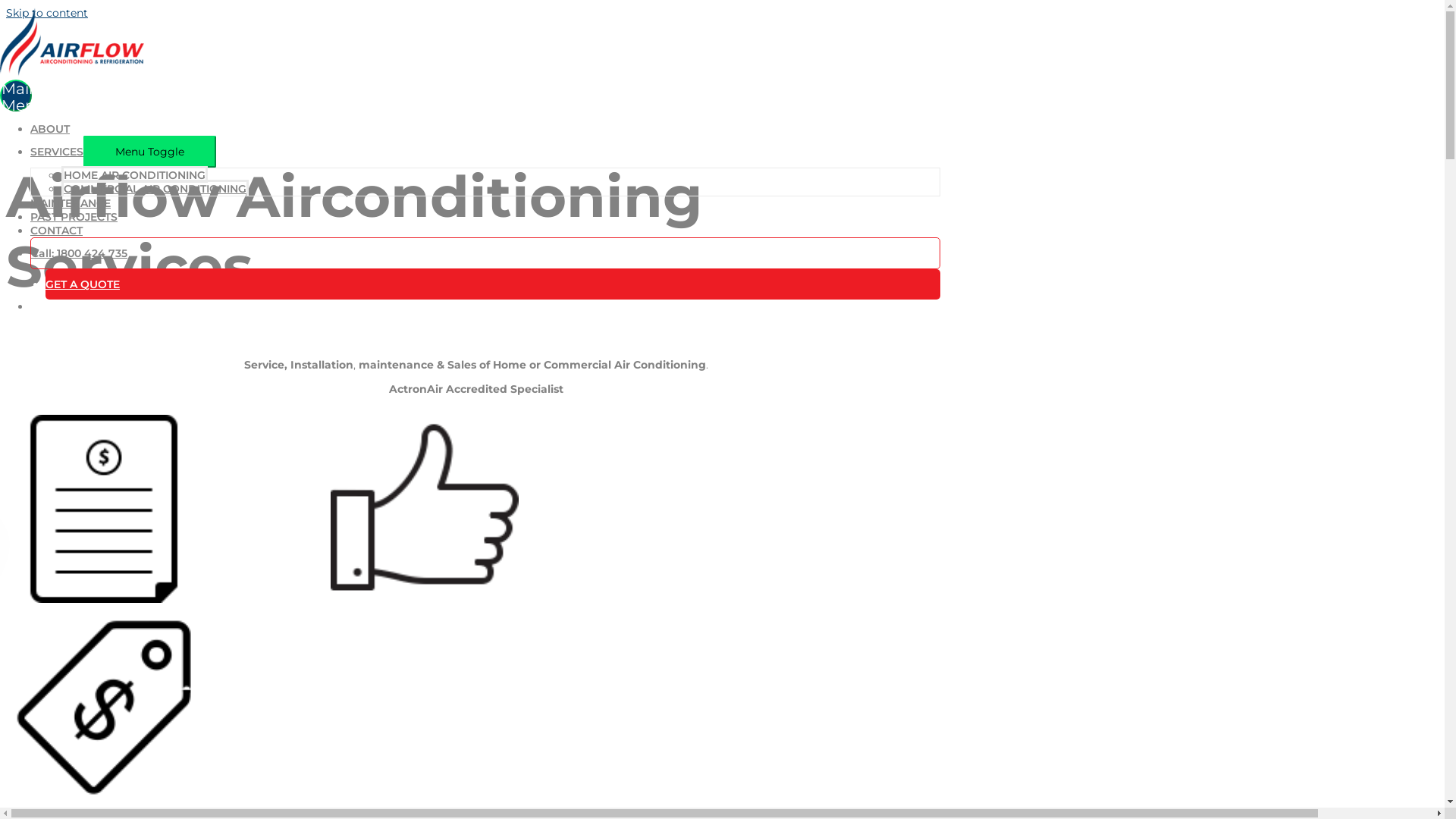 This screenshot has height=819, width=1456. Describe the element at coordinates (0, 96) in the screenshot. I see `'Main Menu'` at that location.